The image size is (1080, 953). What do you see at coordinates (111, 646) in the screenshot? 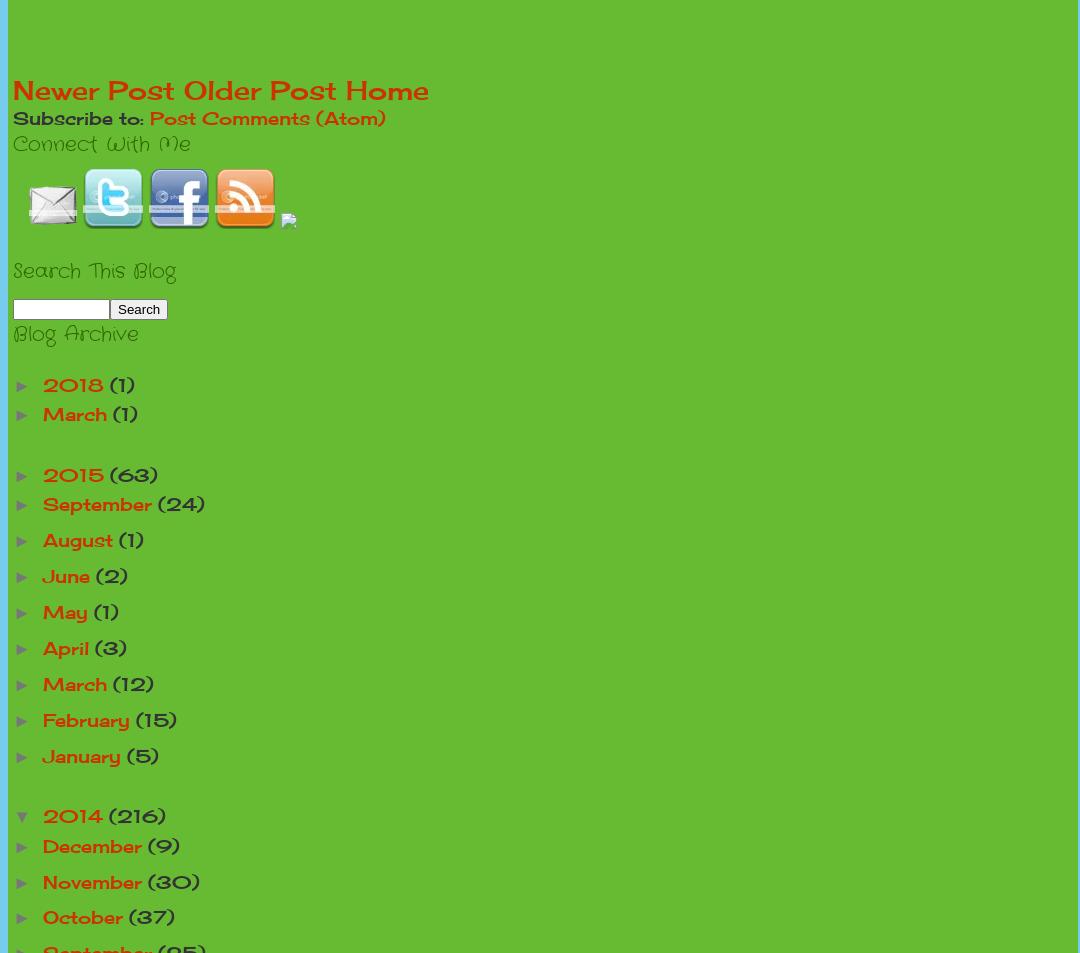
I see `'(3)'` at bounding box center [111, 646].